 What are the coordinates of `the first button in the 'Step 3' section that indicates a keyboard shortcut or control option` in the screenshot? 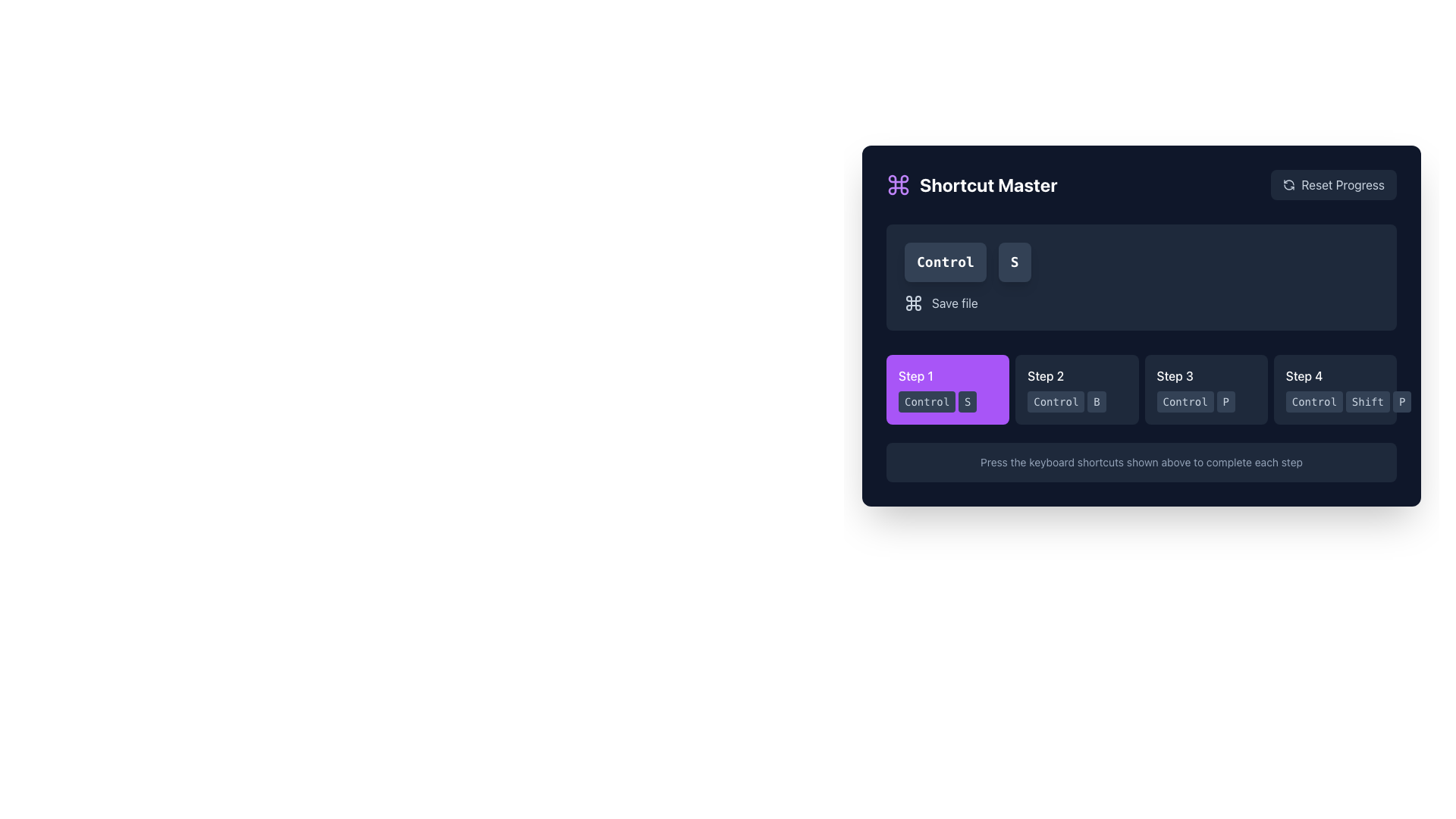 It's located at (1185, 400).